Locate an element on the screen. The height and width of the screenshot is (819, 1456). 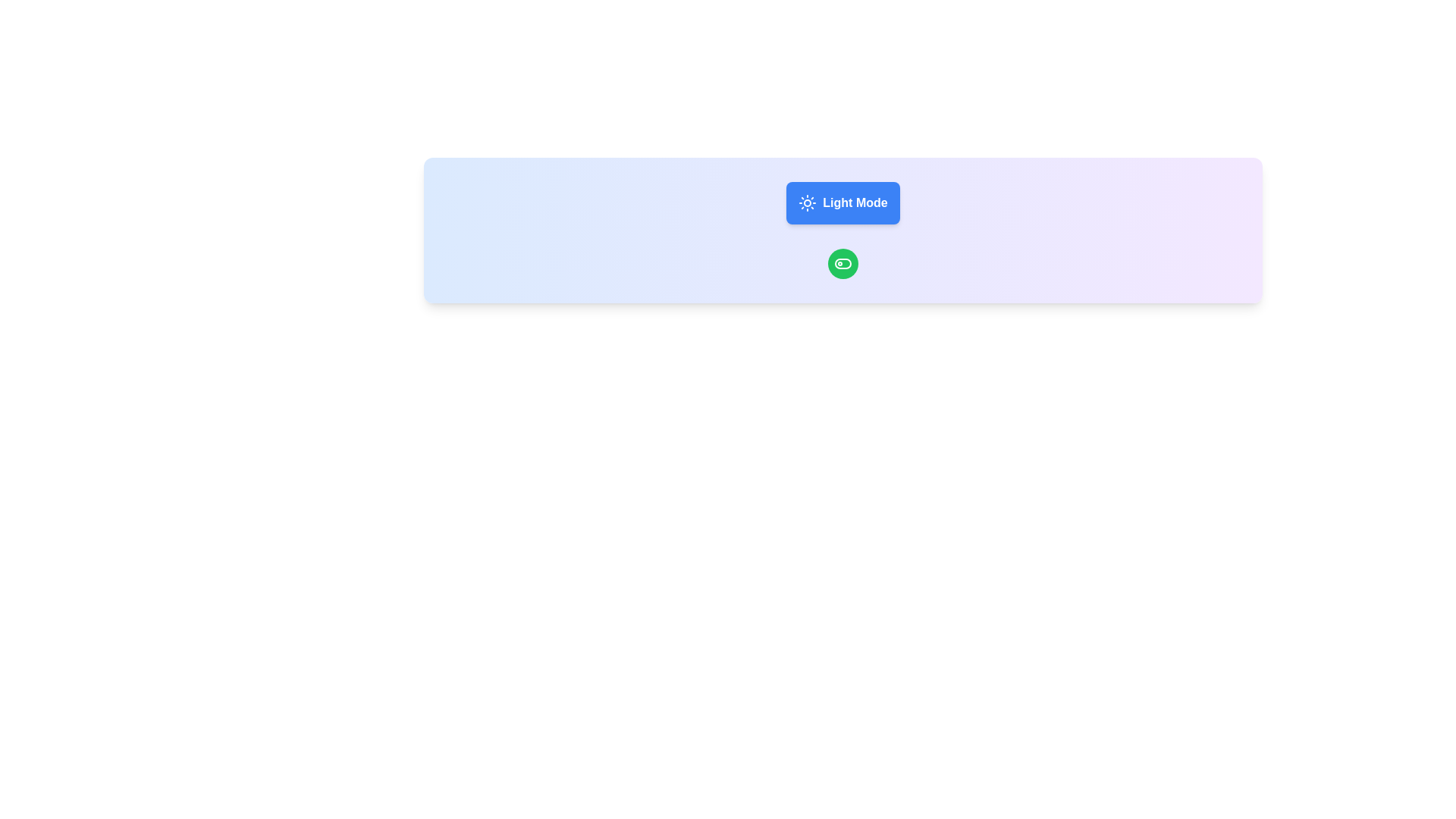
the sun-shaped icon representing the light mode feature, which is located within the 'Light Mode' button at the upper central region of the interface is located at coordinates (807, 202).